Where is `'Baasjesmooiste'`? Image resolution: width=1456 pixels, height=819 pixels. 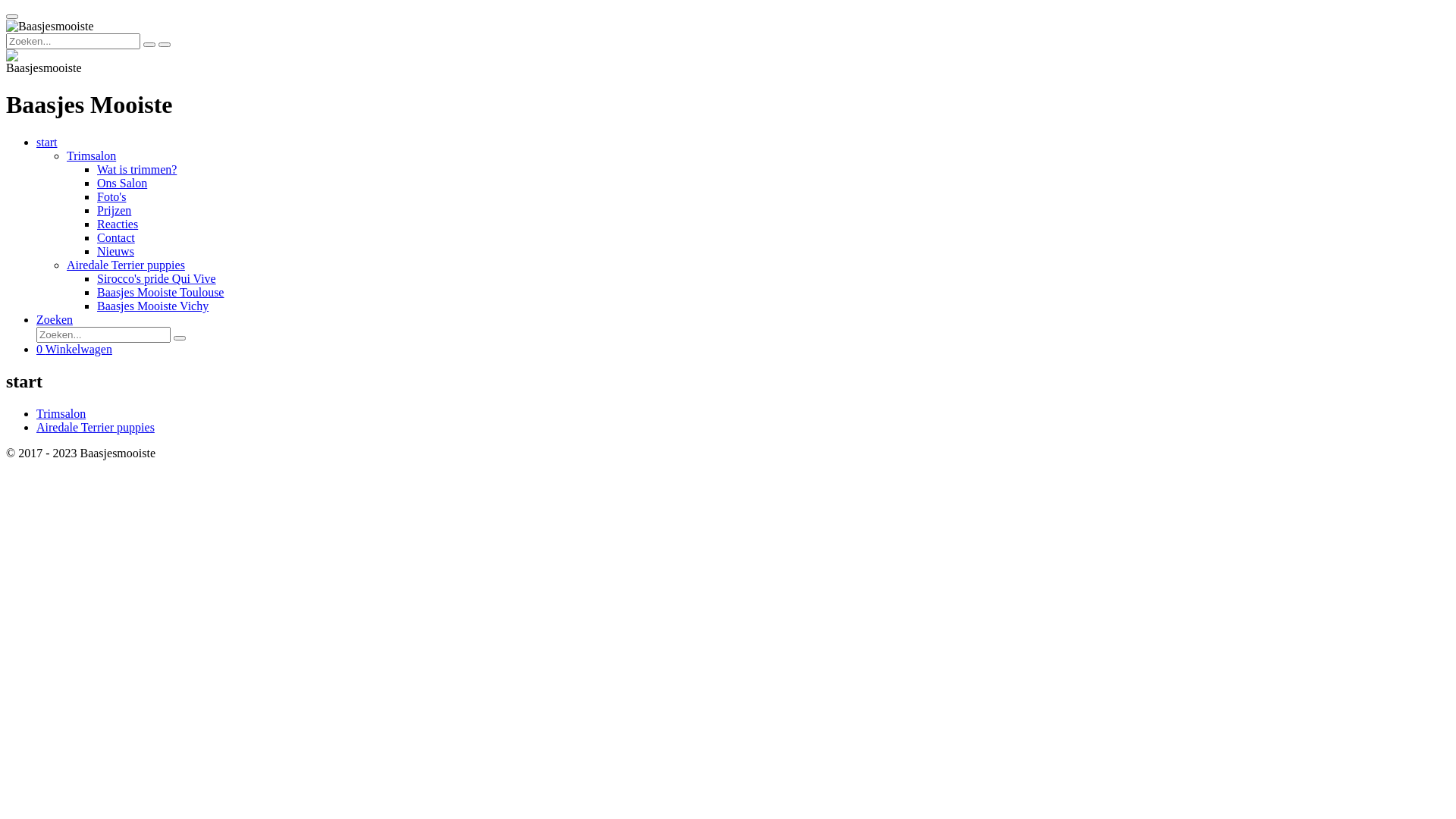 'Baasjesmooiste' is located at coordinates (50, 26).